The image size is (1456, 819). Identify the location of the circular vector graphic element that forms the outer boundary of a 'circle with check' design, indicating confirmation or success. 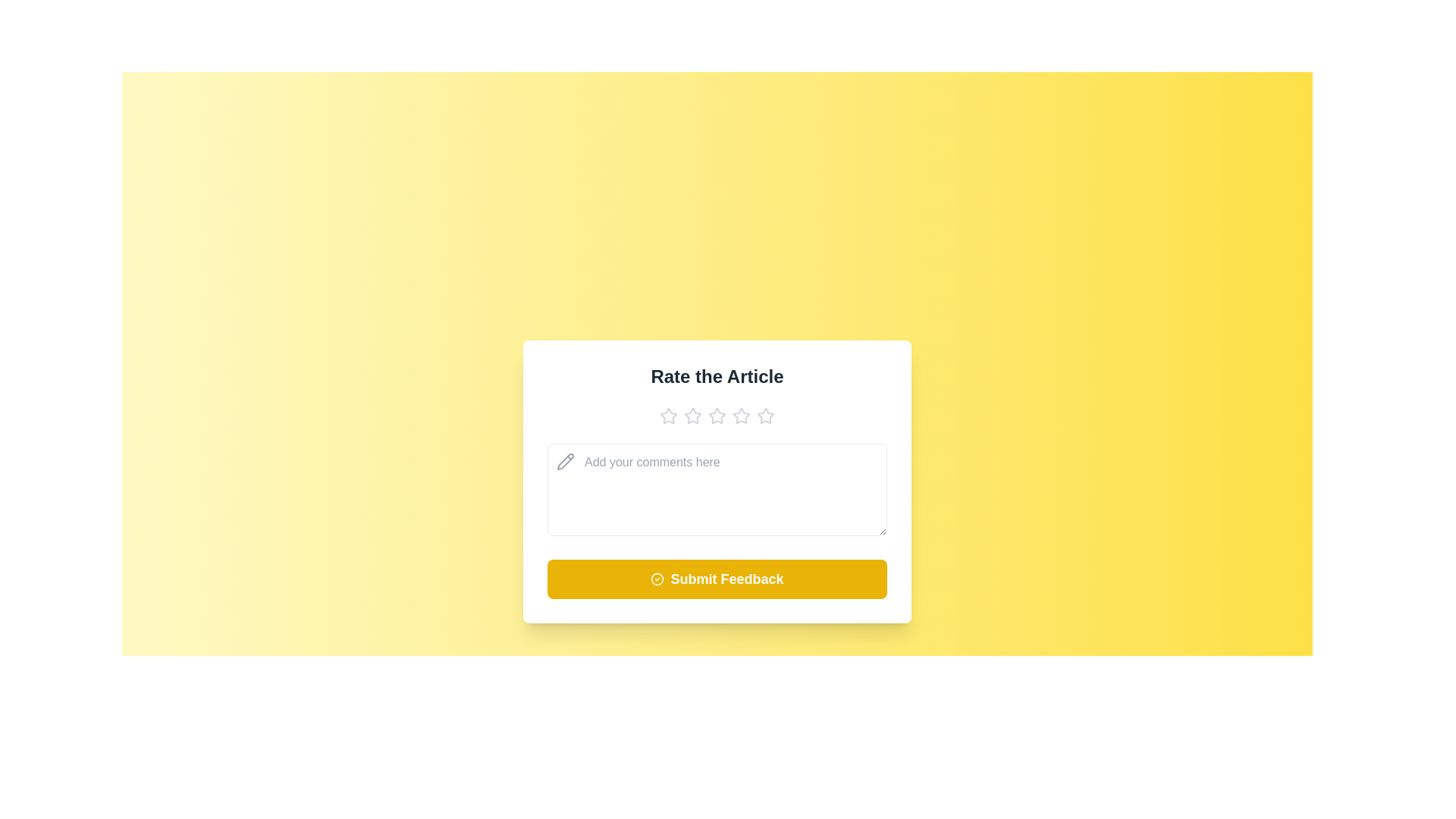
(657, 579).